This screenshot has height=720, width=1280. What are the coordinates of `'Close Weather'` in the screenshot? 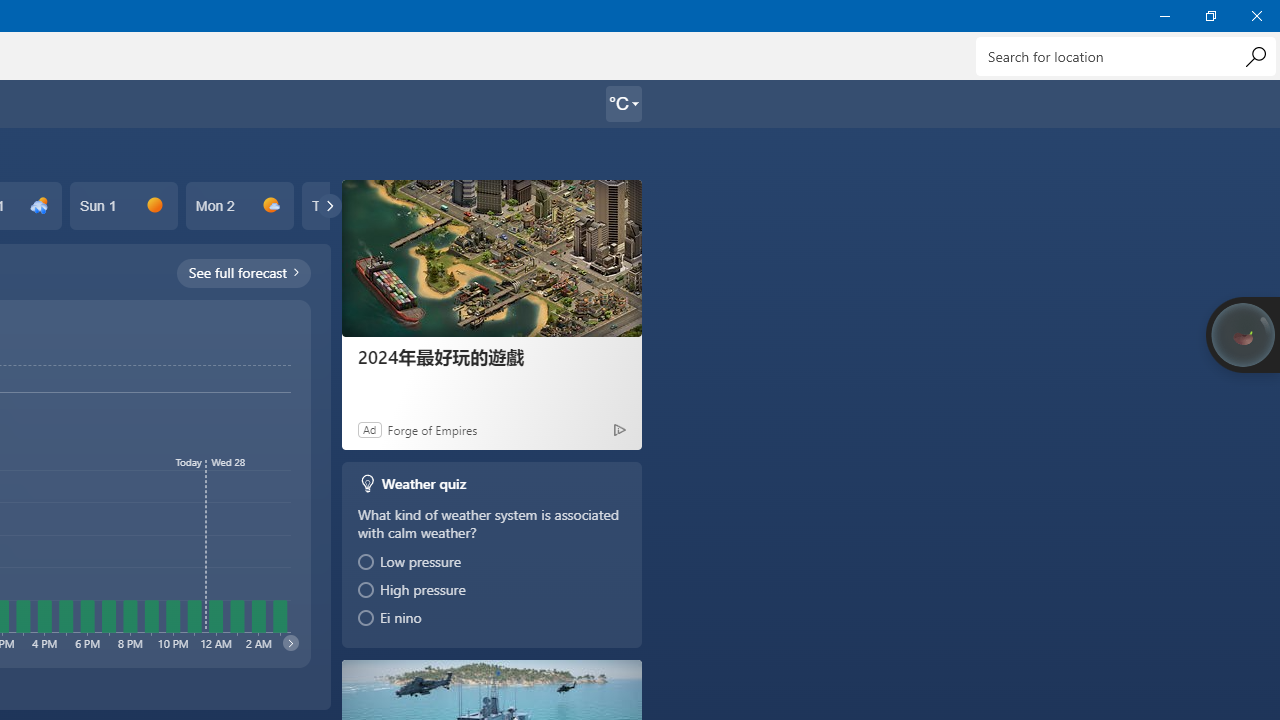 It's located at (1255, 15).